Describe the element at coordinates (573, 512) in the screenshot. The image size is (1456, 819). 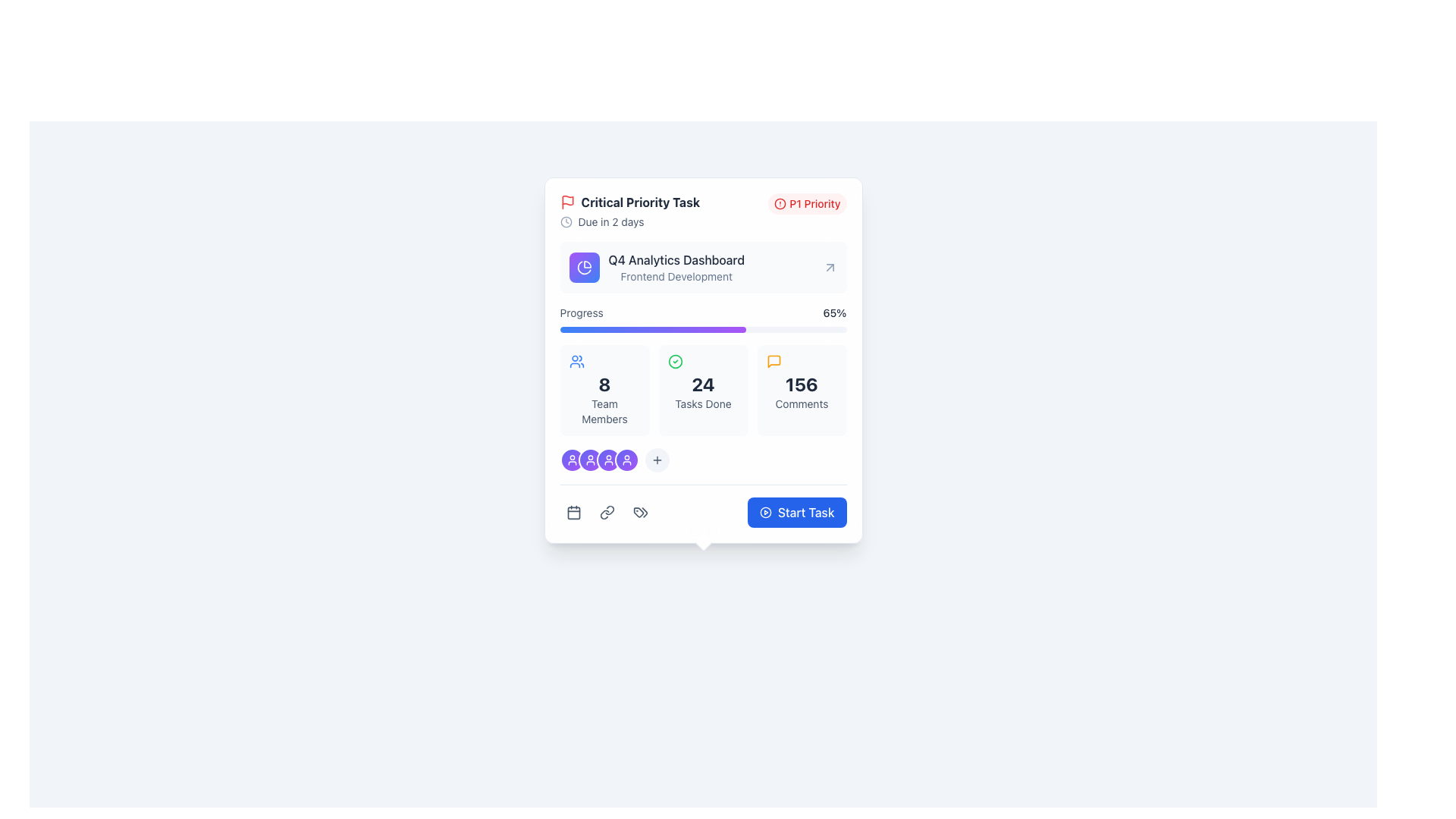
I see `the first icon button in the lower section of the card layout` at that location.